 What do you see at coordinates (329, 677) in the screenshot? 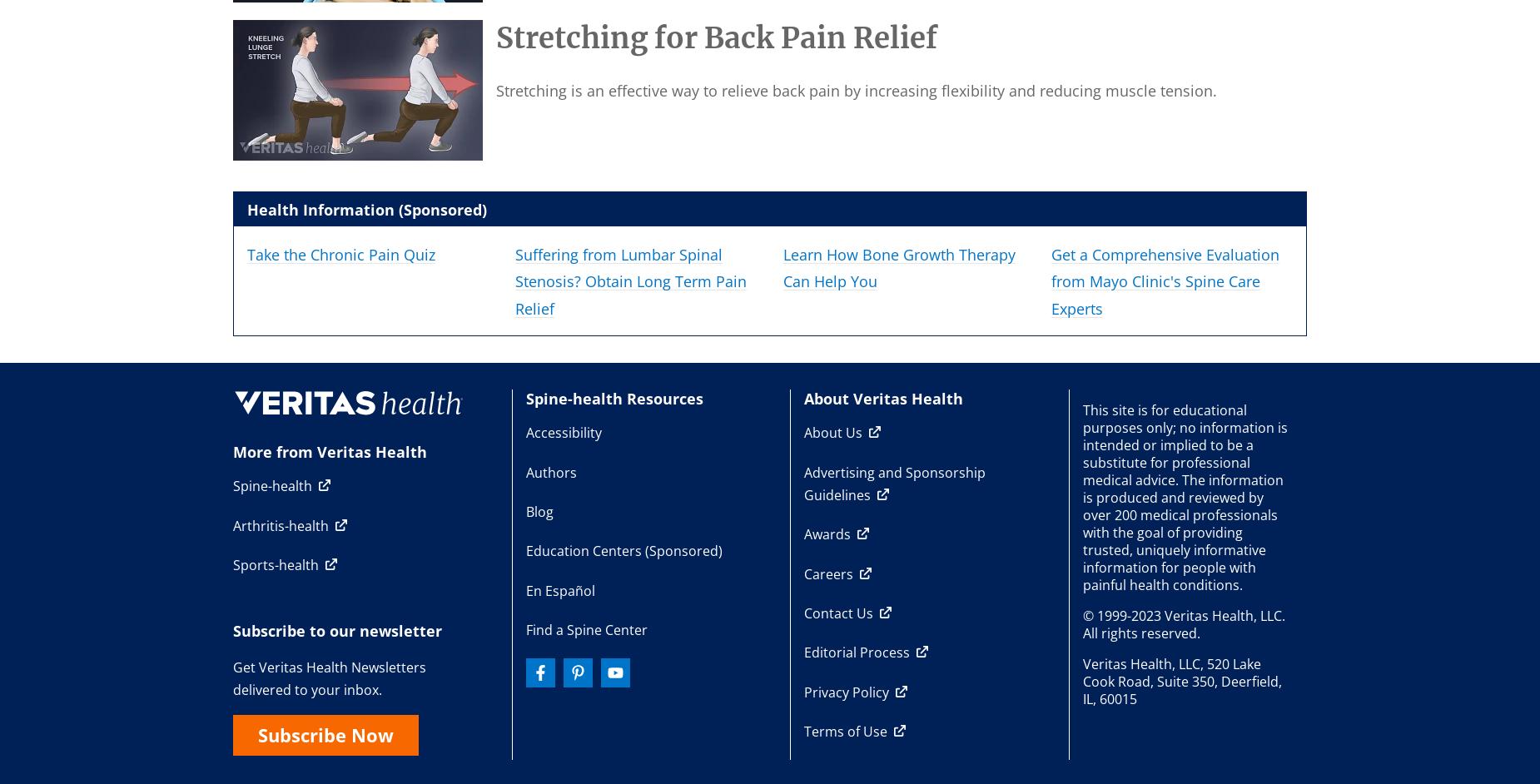
I see `'Get Veritas Health Newsletters delivered to your inbox.'` at bounding box center [329, 677].